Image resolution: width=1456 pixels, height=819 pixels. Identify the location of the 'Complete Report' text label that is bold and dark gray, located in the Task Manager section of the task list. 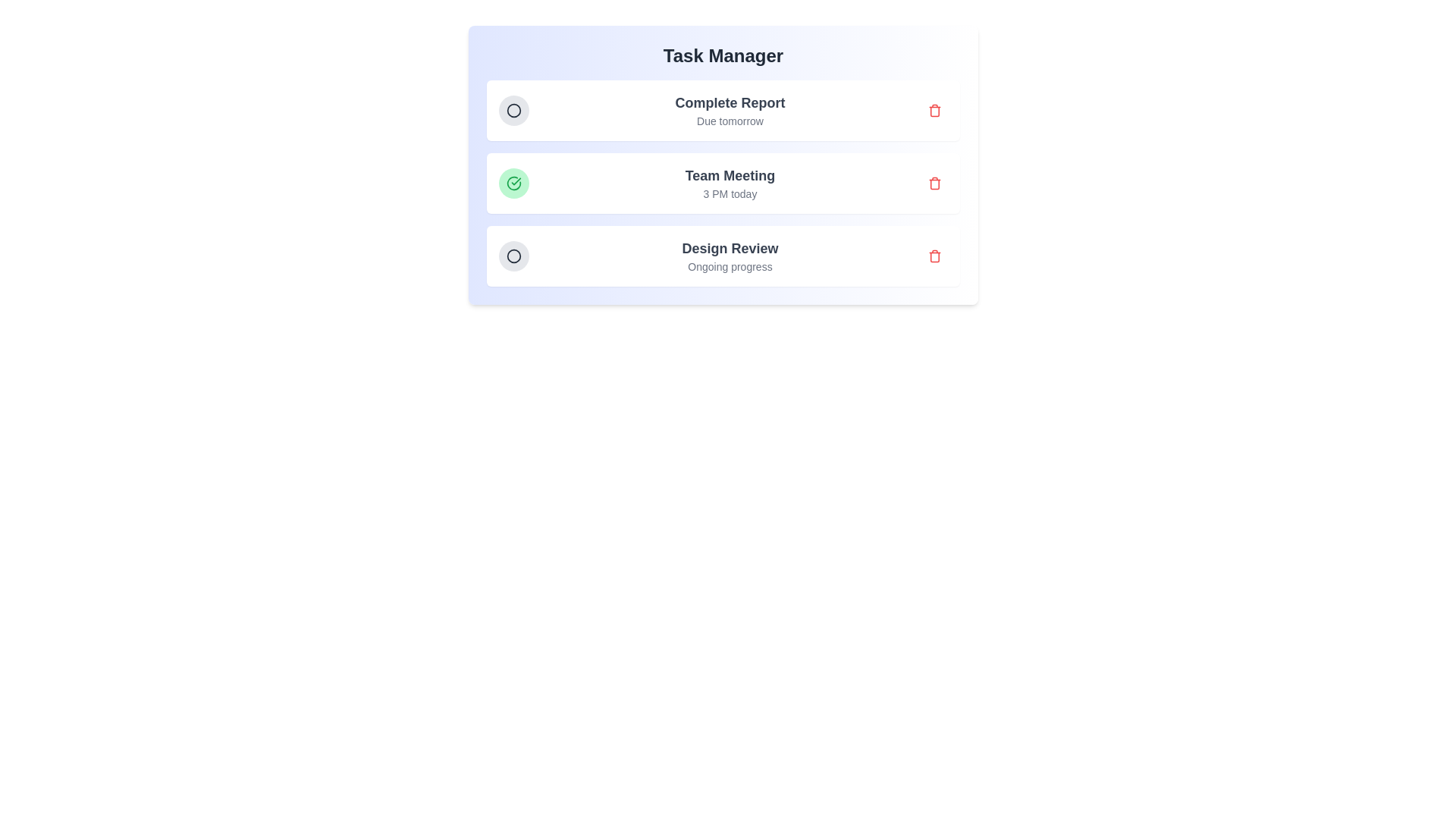
(730, 102).